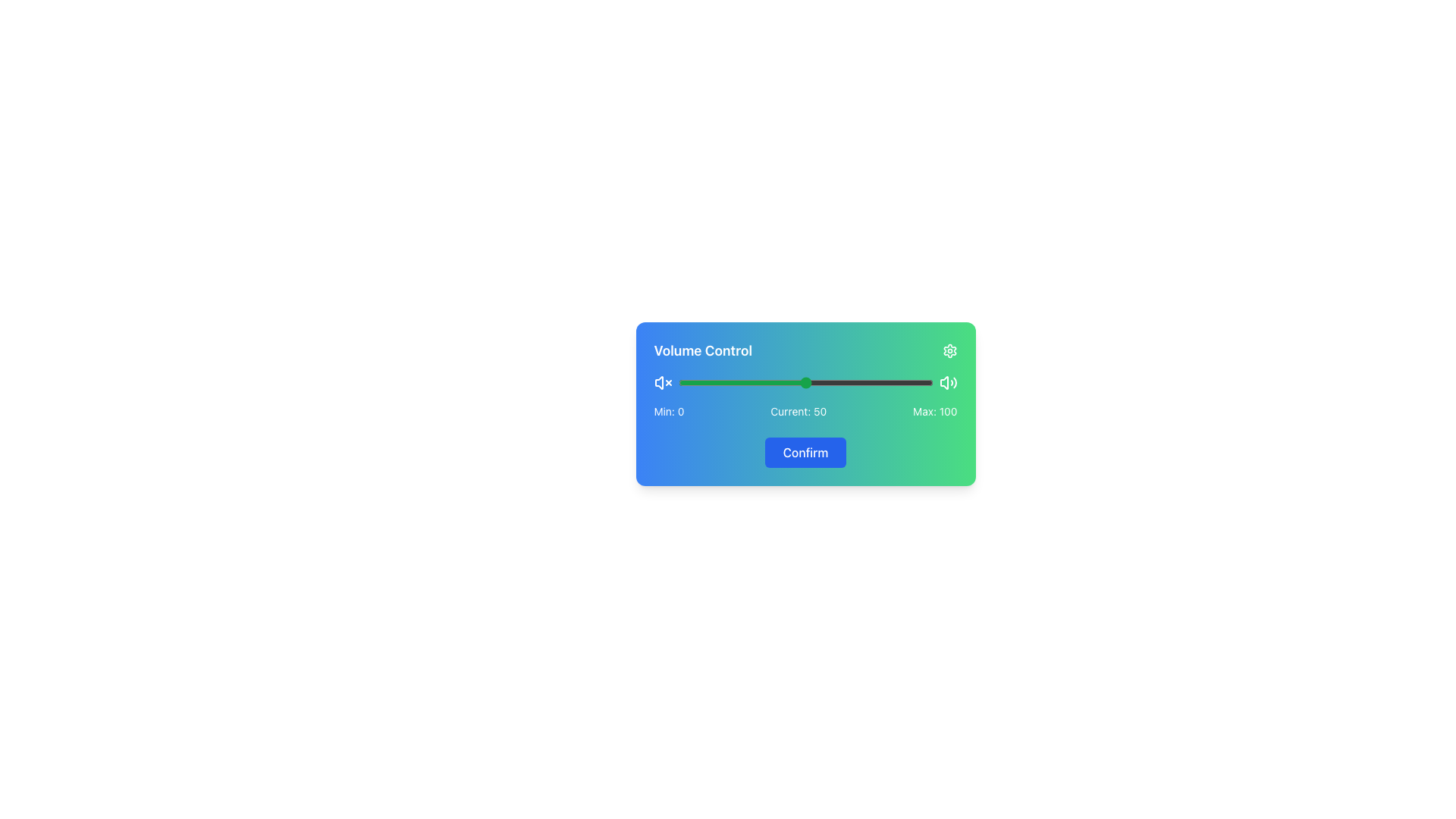  Describe the element at coordinates (864, 382) in the screenshot. I see `the volume` at that location.